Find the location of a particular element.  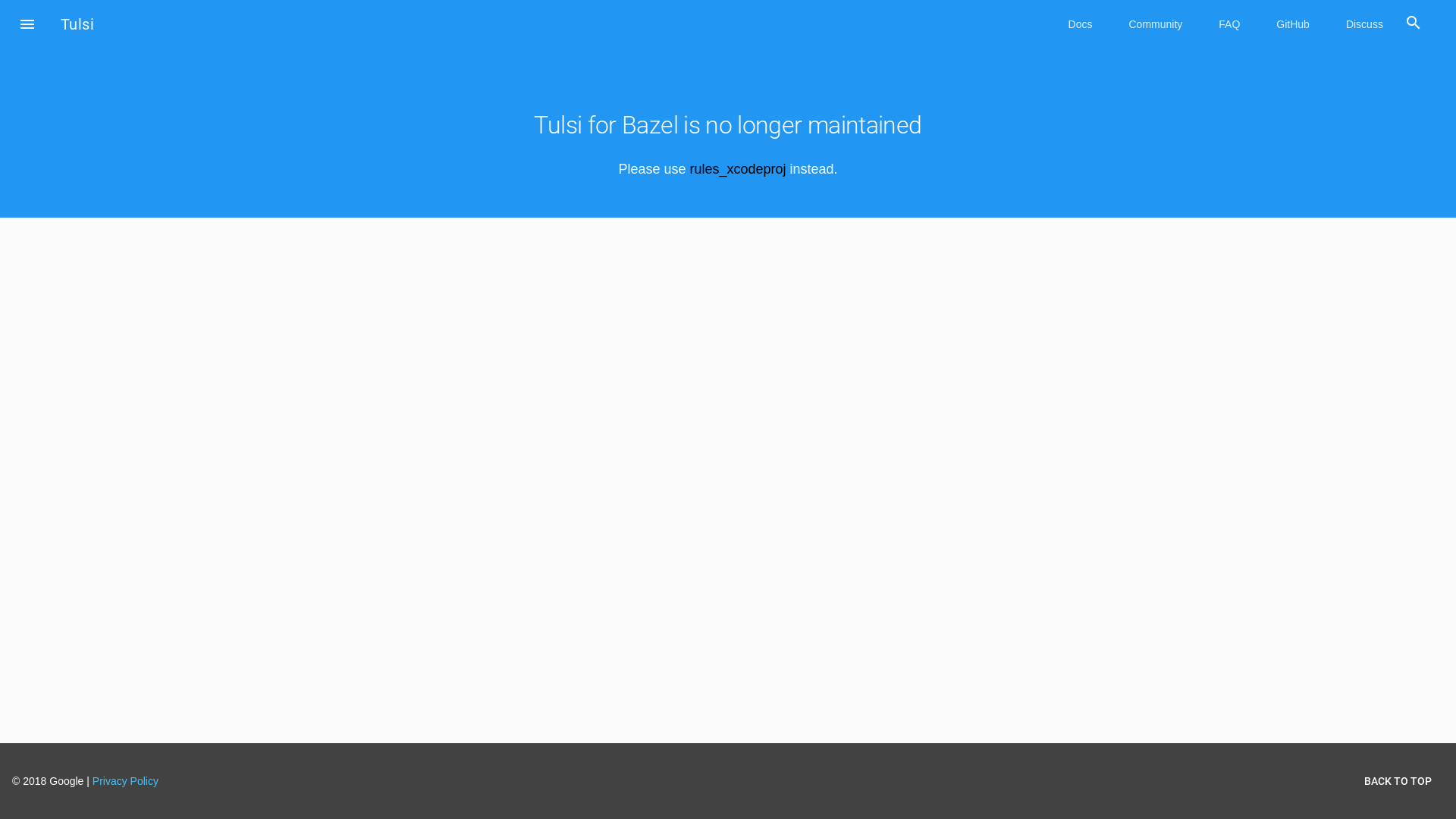

'Discuss' is located at coordinates (1364, 24).